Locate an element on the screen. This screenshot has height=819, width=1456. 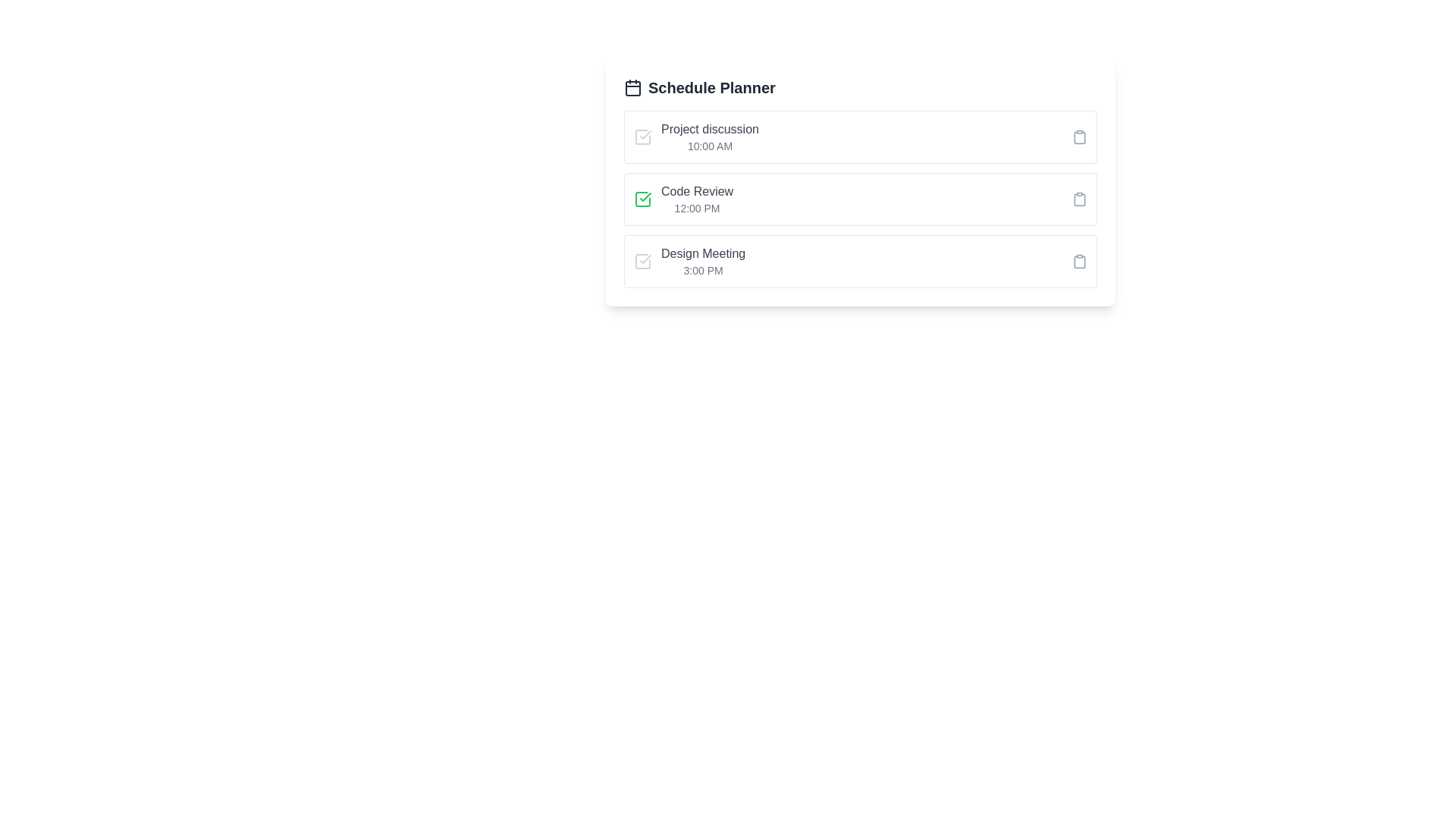
the task name Code Review to inspect its details is located at coordinates (695, 191).